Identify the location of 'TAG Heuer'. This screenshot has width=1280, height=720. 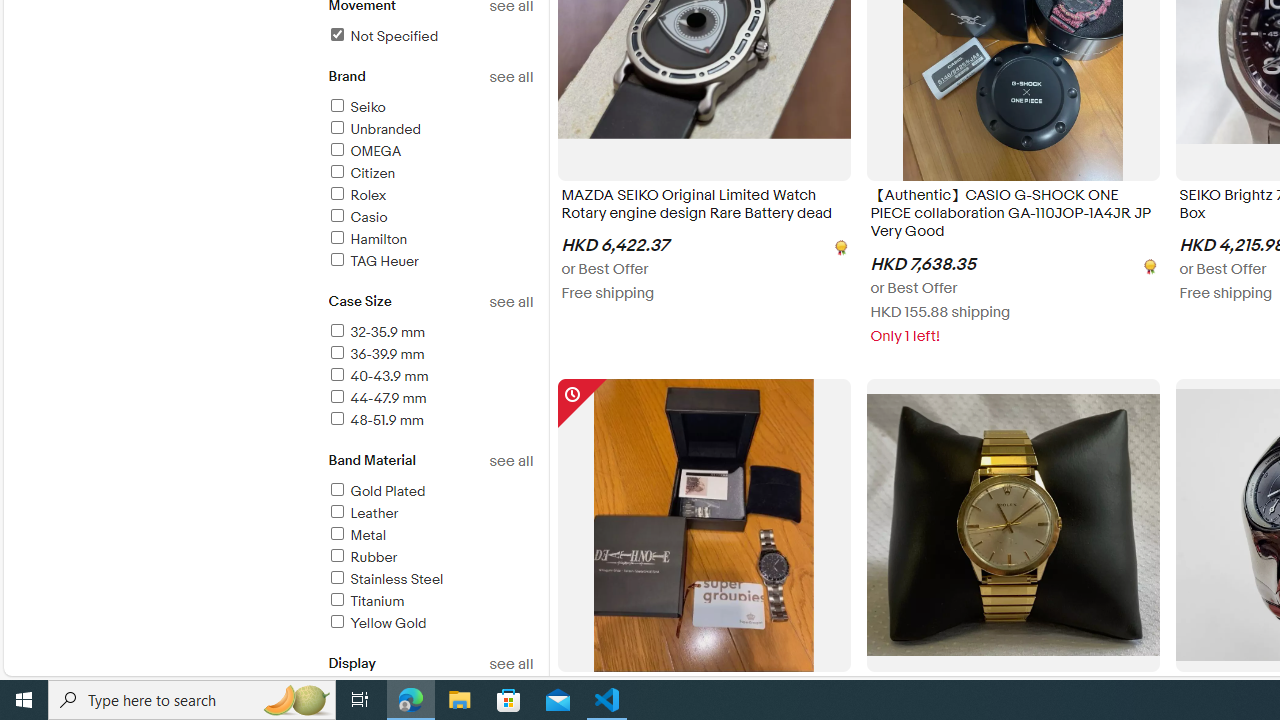
(372, 260).